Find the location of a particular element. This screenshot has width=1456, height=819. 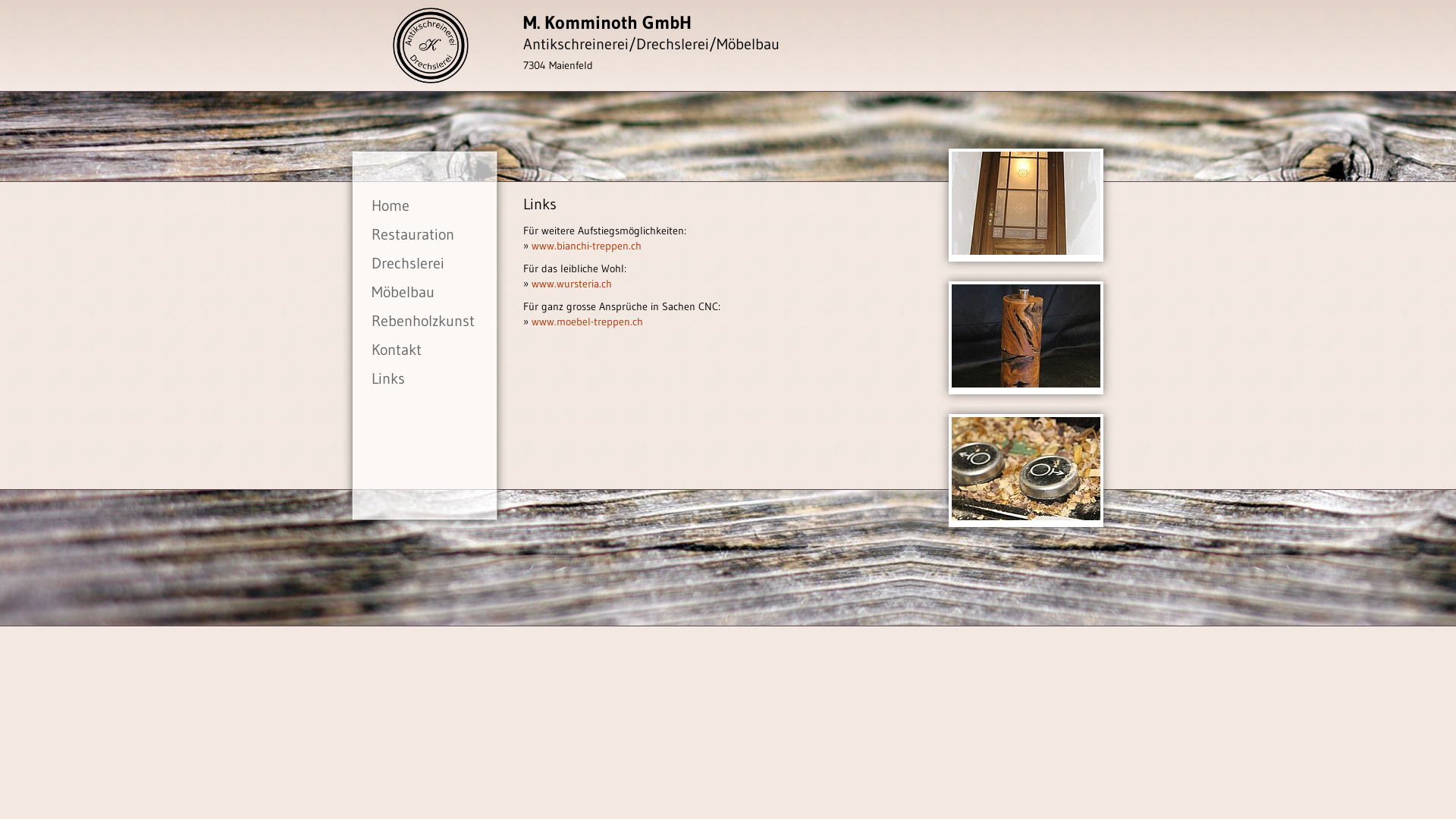

'Kontakt' is located at coordinates (371, 350).